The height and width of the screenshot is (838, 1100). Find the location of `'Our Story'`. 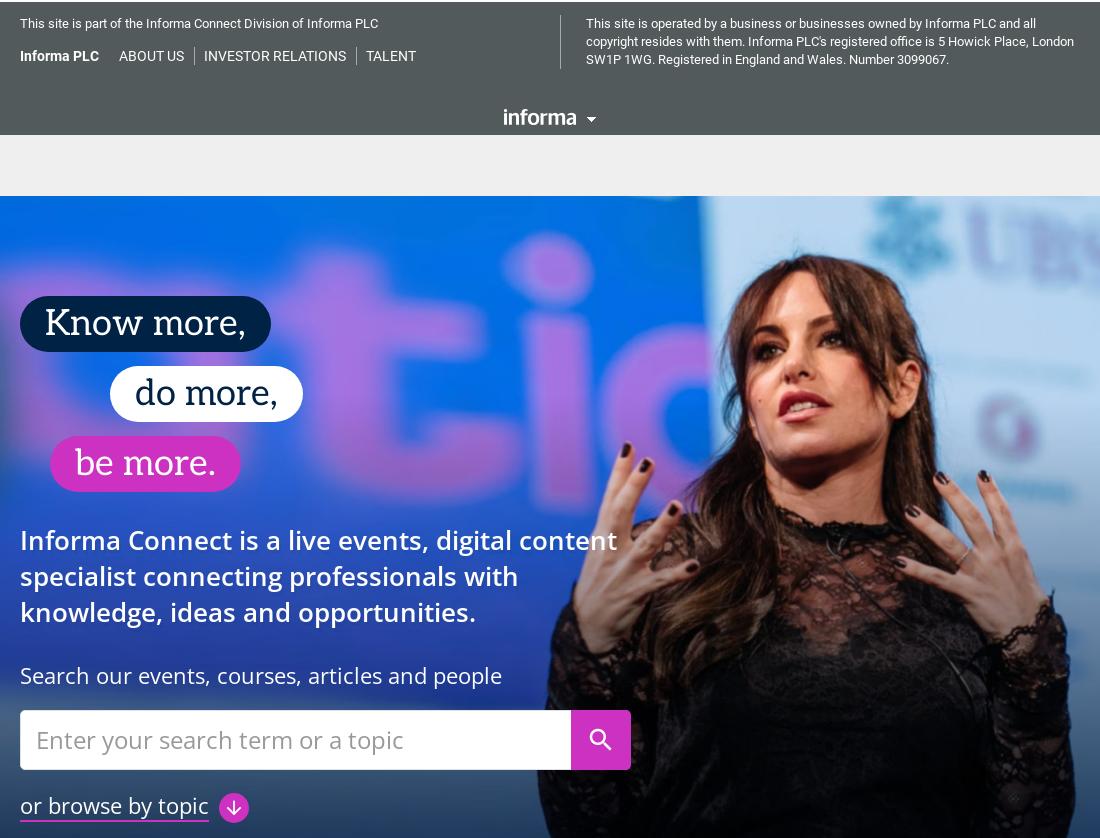

'Our Story' is located at coordinates (364, 30).